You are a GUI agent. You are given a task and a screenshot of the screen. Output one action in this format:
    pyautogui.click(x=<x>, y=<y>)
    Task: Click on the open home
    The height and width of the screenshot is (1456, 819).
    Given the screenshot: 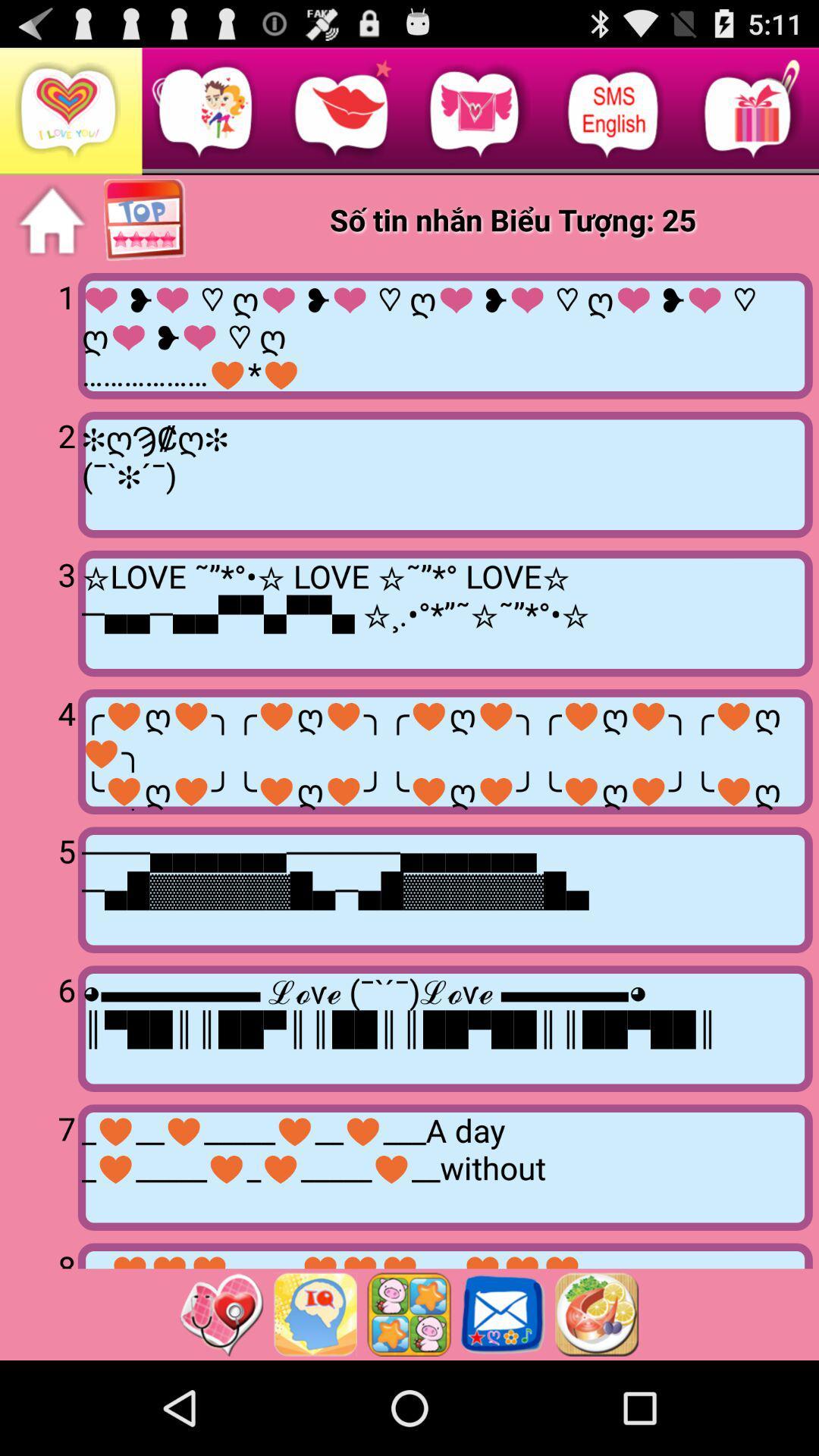 What is the action you would take?
    pyautogui.click(x=51, y=220)
    